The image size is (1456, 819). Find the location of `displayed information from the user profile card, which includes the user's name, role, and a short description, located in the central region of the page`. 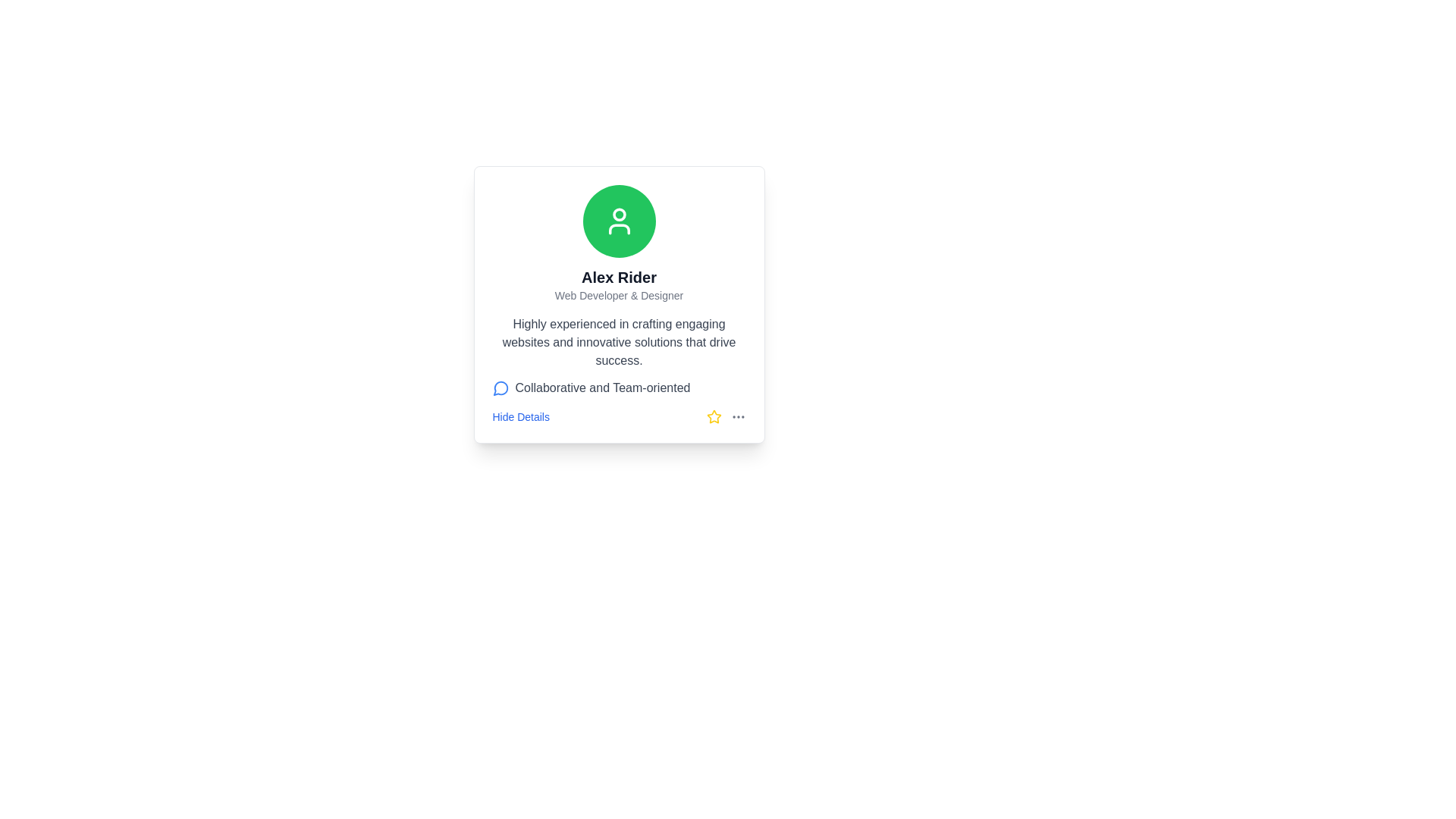

displayed information from the user profile card, which includes the user's name, role, and a short description, located in the central region of the page is located at coordinates (619, 304).